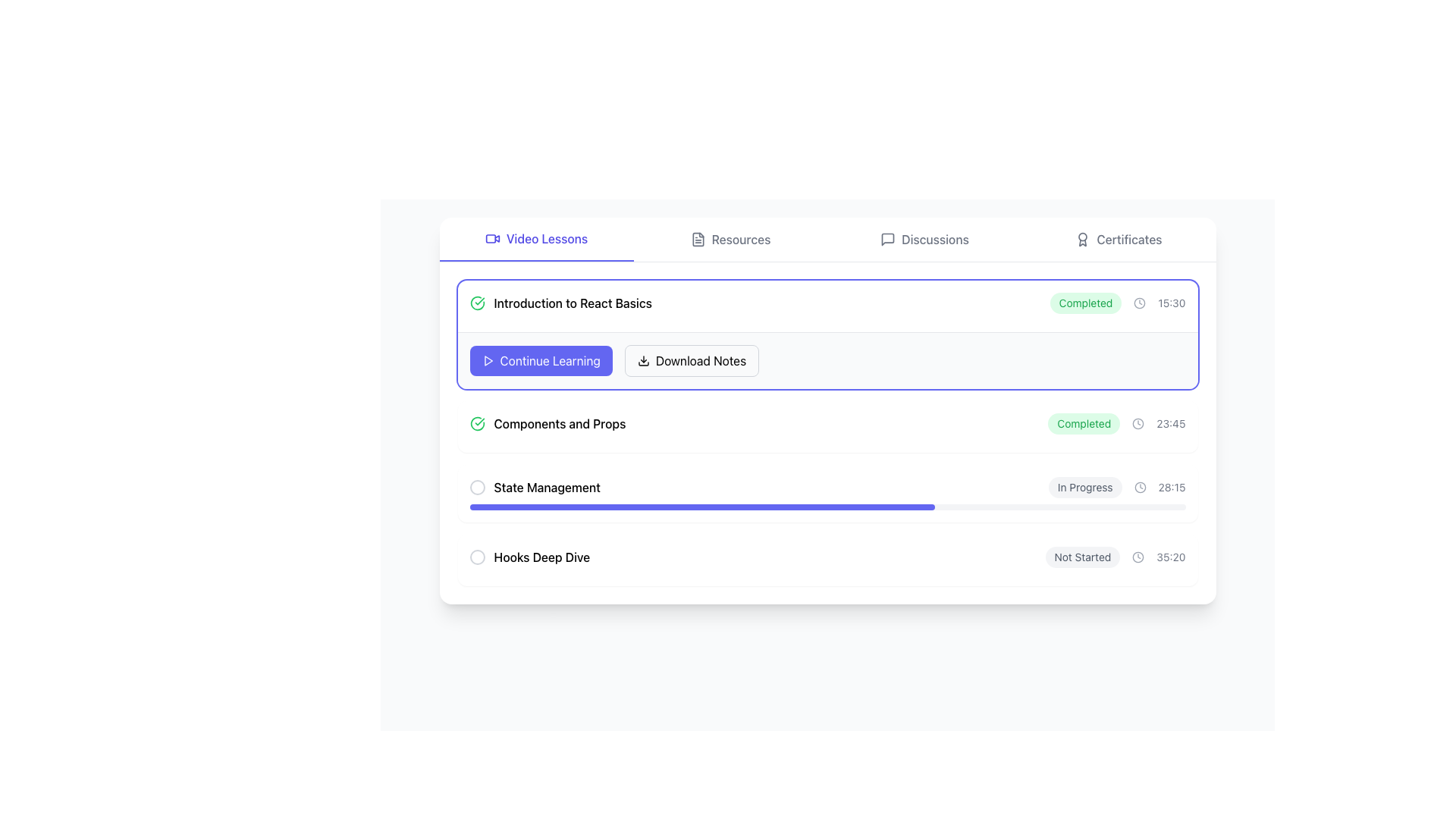 This screenshot has height=819, width=1456. Describe the element at coordinates (536, 239) in the screenshot. I see `the 'Video Lessons' tab-style button, which is the first tab` at that location.